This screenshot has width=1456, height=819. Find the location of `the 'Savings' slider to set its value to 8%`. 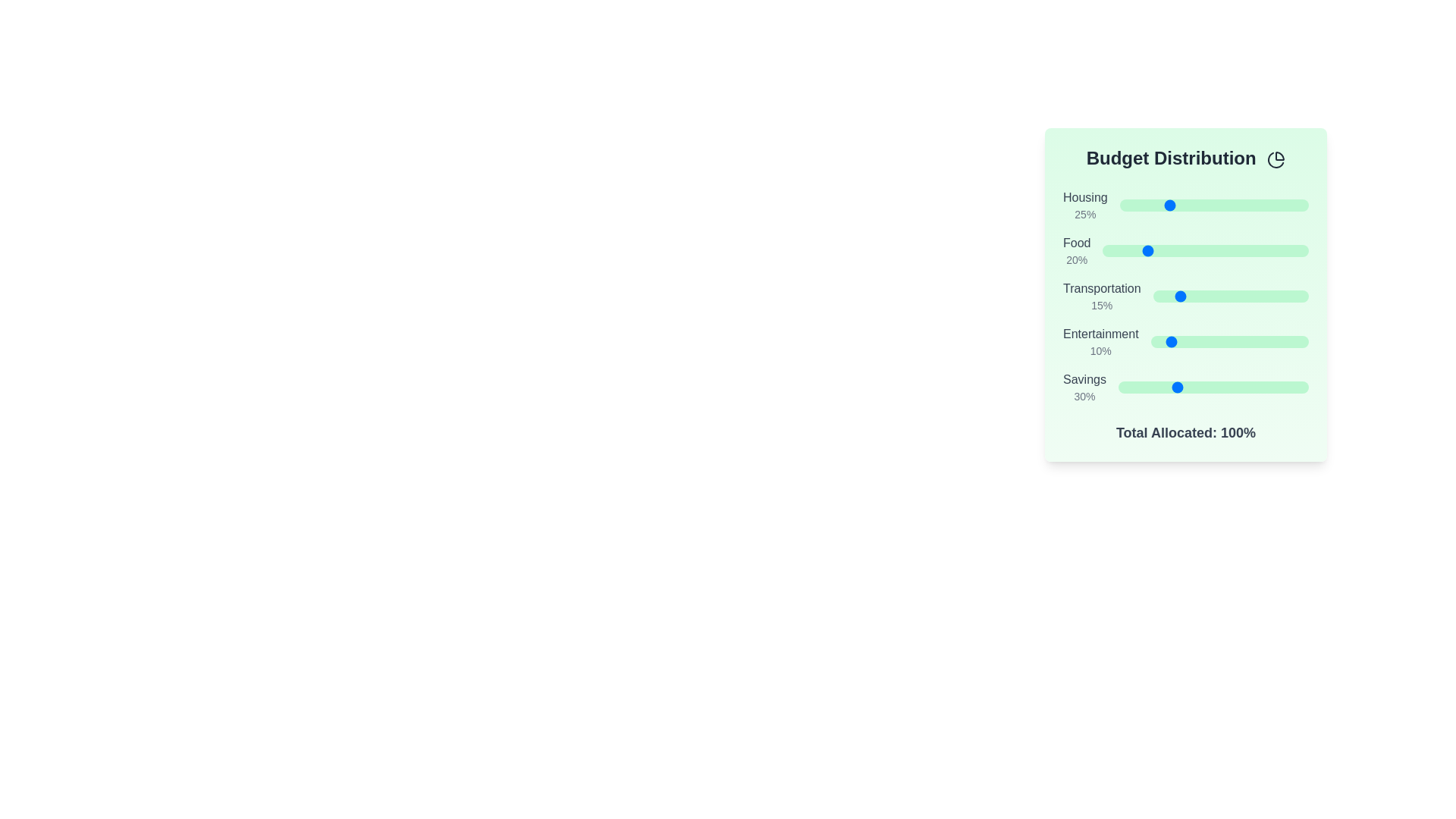

the 'Savings' slider to set its value to 8% is located at coordinates (1134, 386).